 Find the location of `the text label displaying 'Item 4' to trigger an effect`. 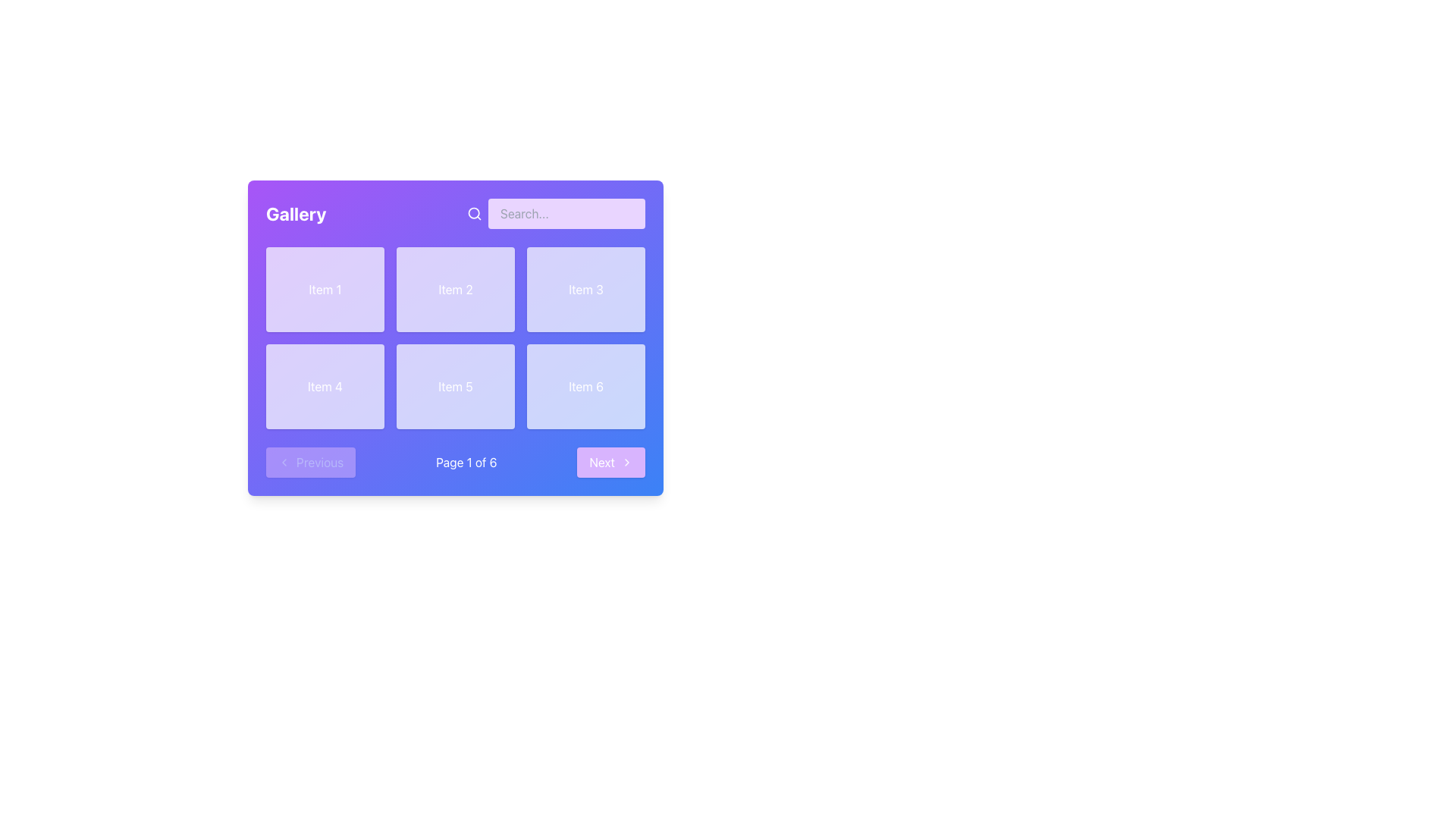

the text label displaying 'Item 4' to trigger an effect is located at coordinates (324, 385).